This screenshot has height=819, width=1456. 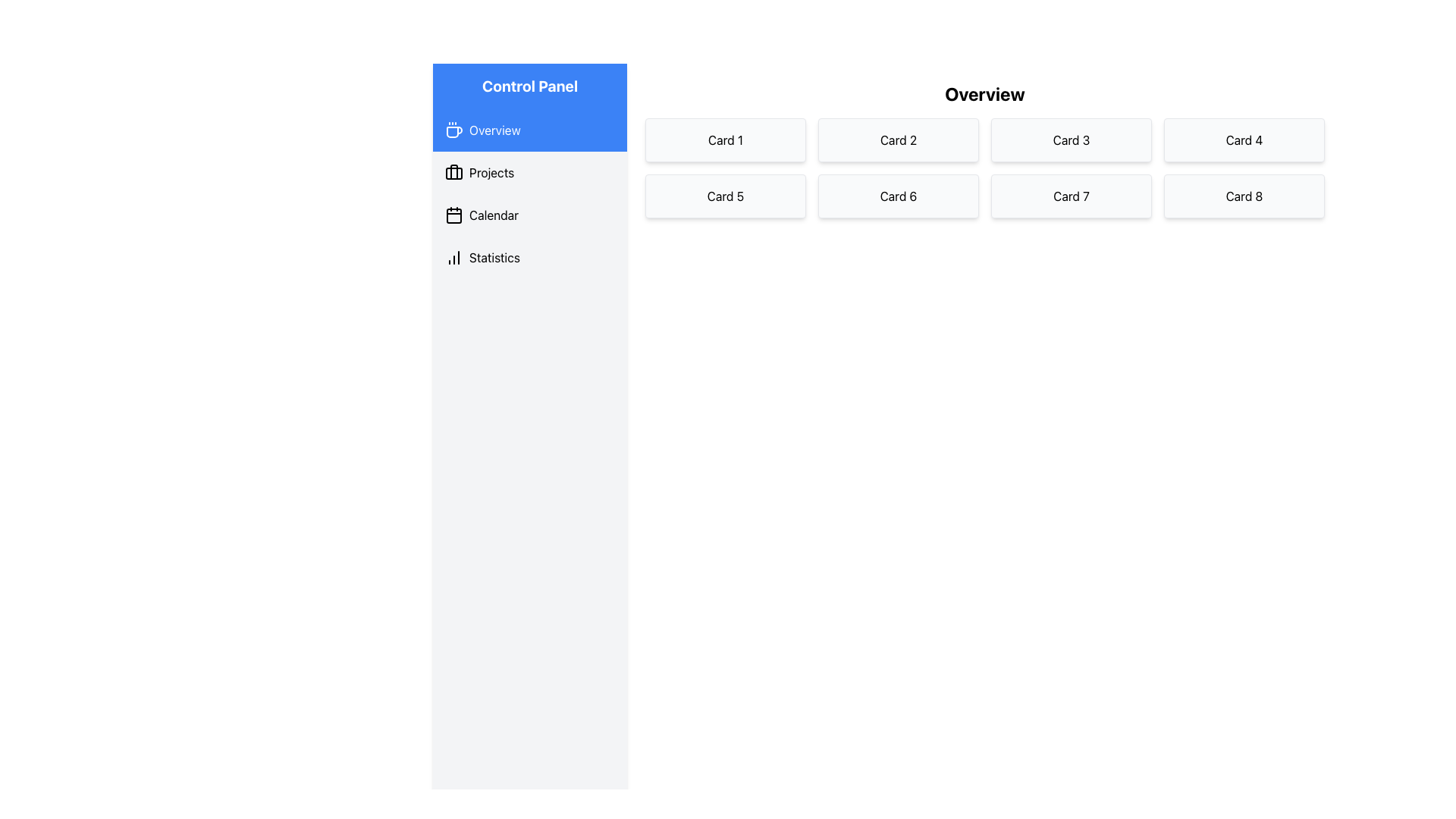 What do you see at coordinates (1070, 195) in the screenshot?
I see `the text label displaying 'Card 7', which is styled with a sans-serif font and is located inside a rectangular card in the second row and third column of the grid layout` at bounding box center [1070, 195].